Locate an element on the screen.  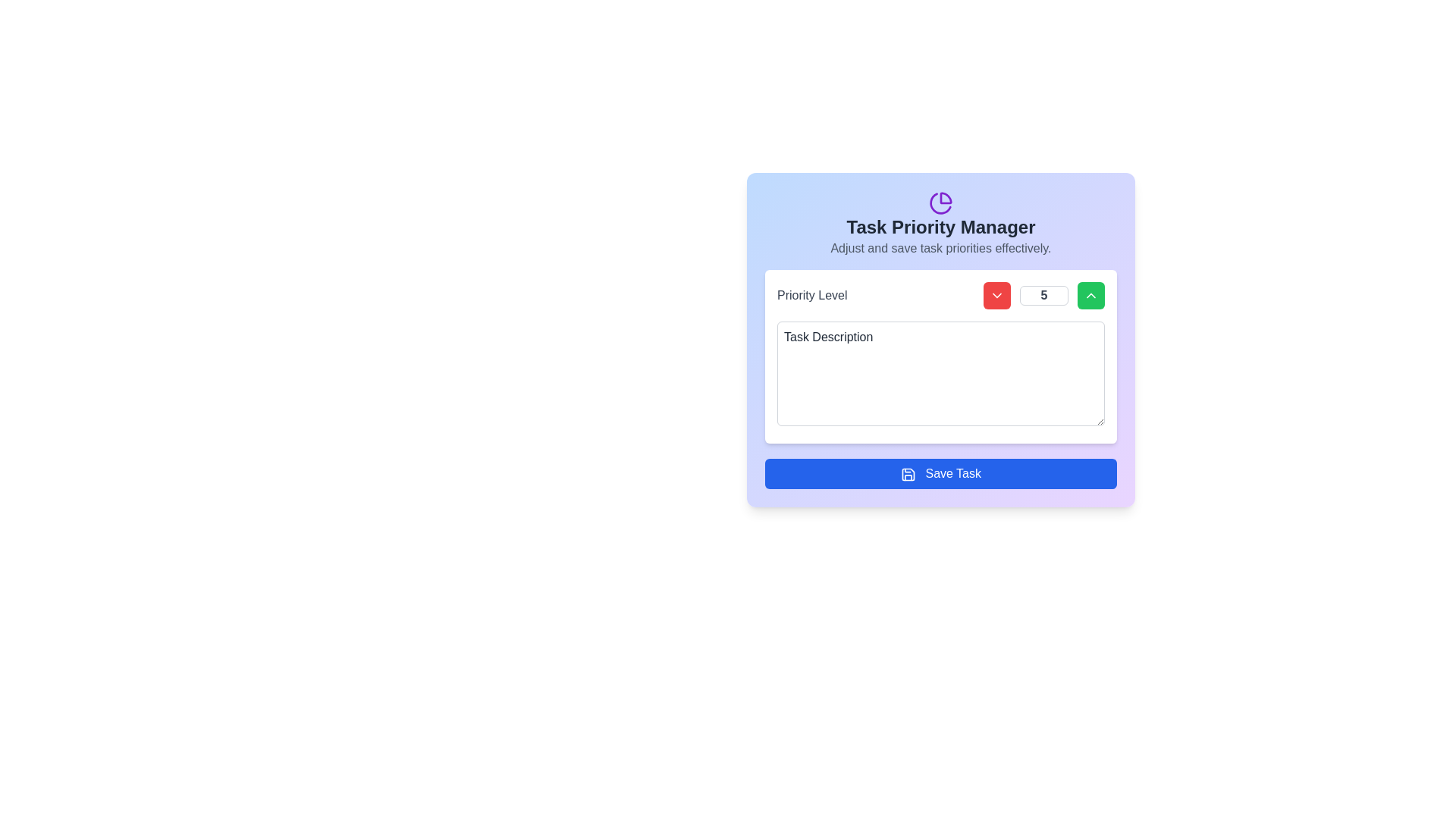
the decorative icon located at the top center of the 'Task Priority Manager' panel, directly above the title text is located at coordinates (940, 202).